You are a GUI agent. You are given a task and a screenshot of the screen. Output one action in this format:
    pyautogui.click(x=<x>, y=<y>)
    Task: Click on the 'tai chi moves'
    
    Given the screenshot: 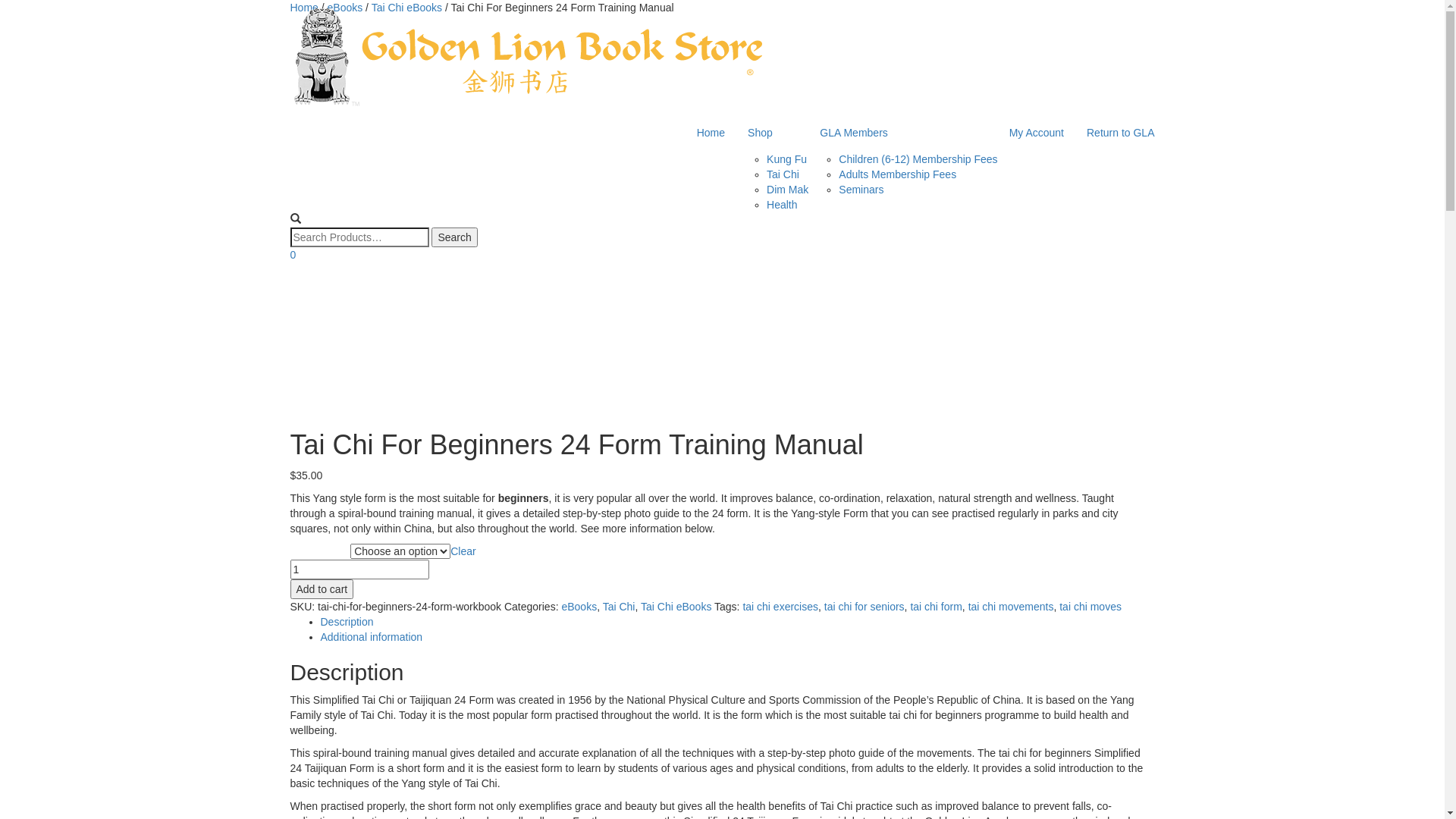 What is the action you would take?
    pyautogui.click(x=1090, y=605)
    